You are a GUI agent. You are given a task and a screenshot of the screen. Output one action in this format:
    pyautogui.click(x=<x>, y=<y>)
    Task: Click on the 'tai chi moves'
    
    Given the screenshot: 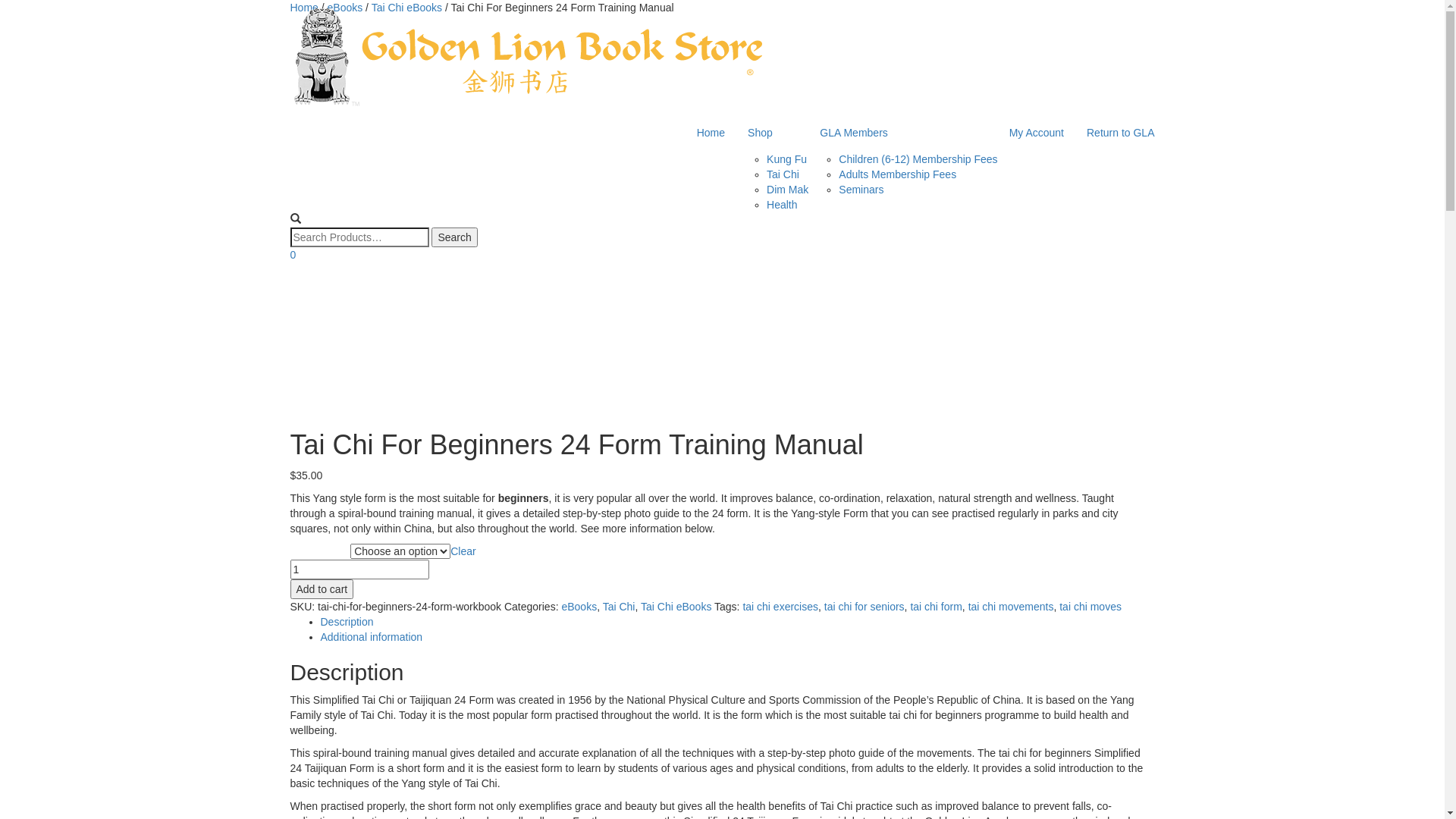 What is the action you would take?
    pyautogui.click(x=1090, y=605)
    